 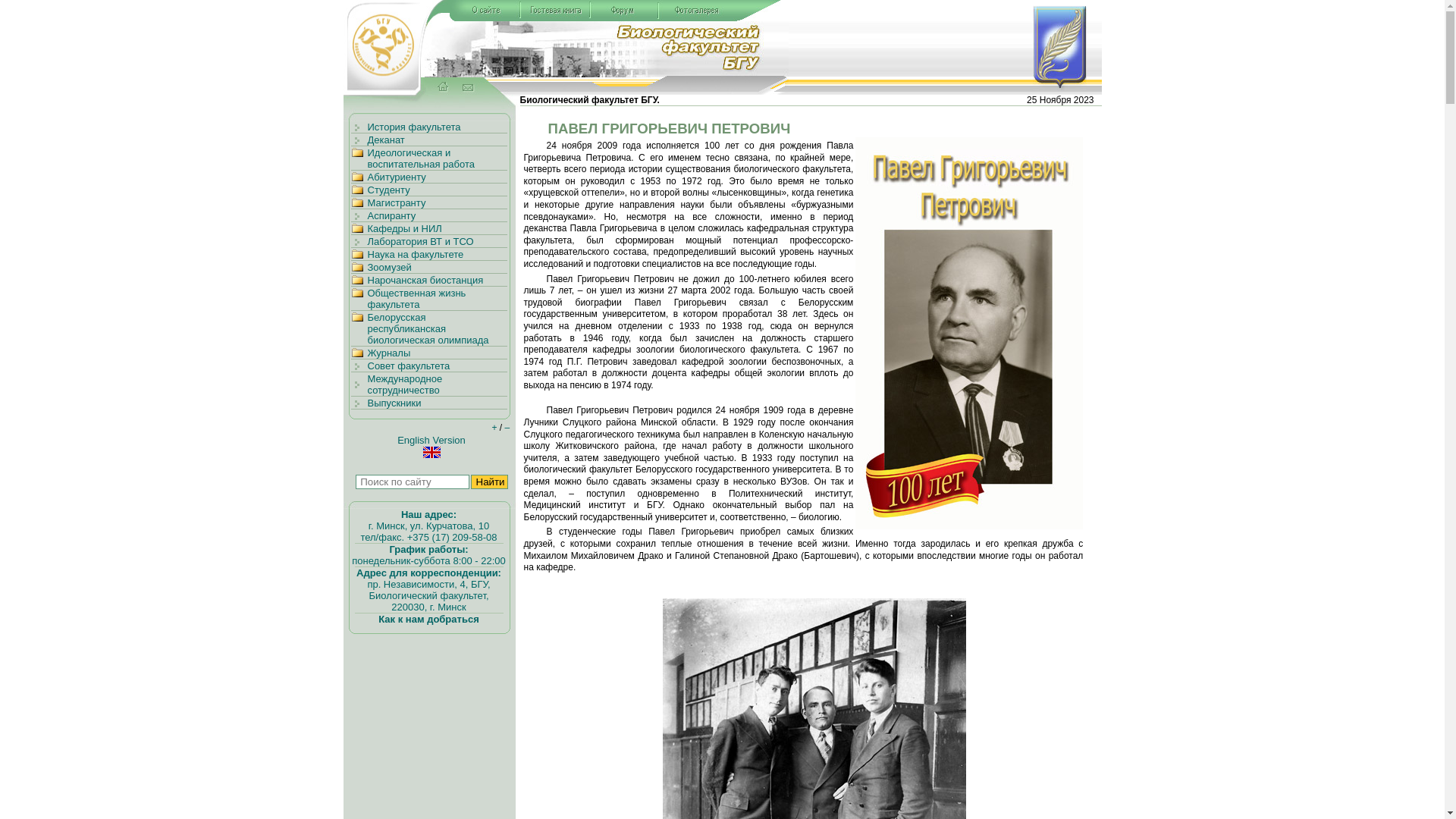 I want to click on '+', so click(x=494, y=427).